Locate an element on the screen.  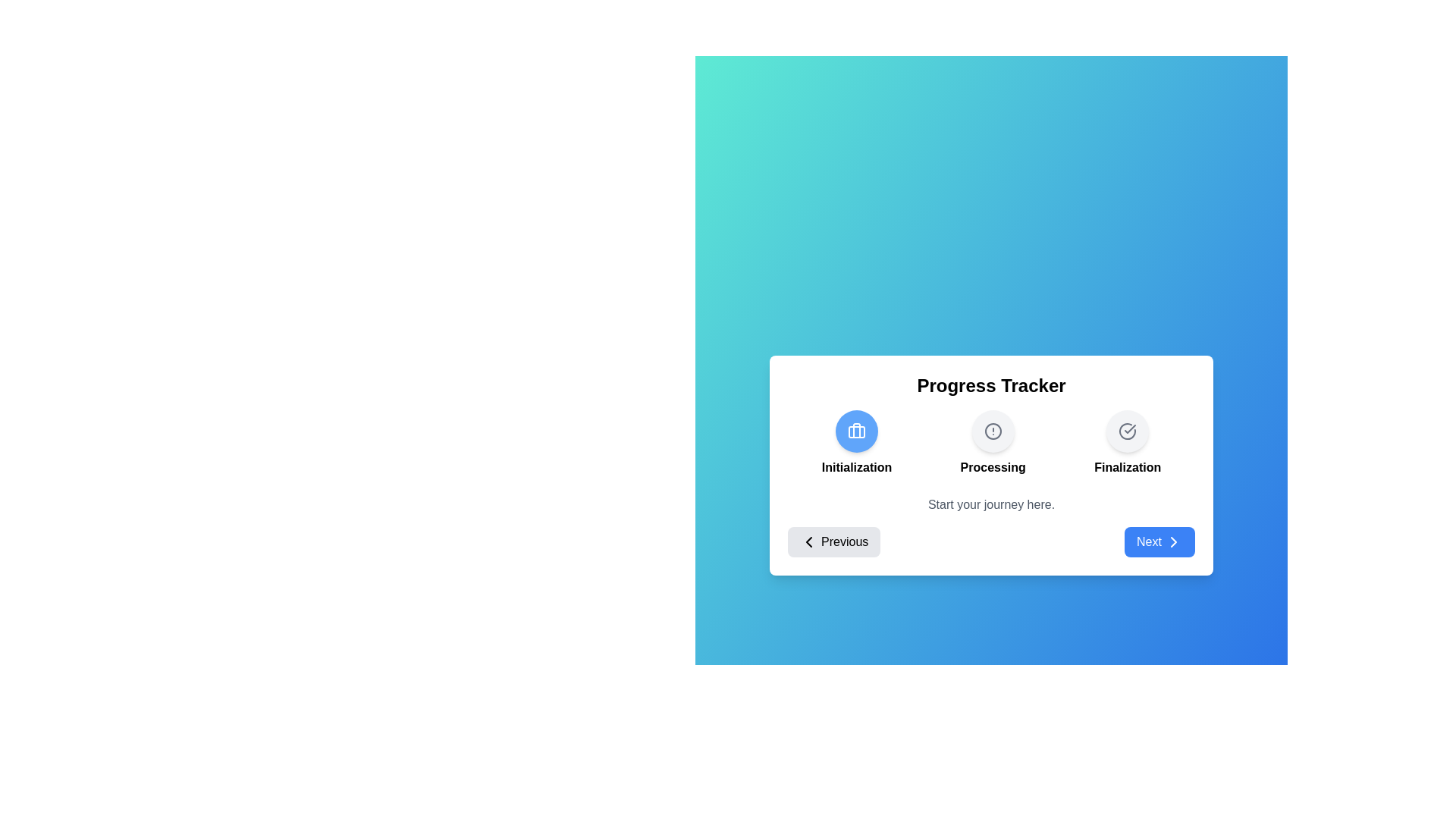
'Previous' button to navigate to the previous step is located at coordinates (833, 541).